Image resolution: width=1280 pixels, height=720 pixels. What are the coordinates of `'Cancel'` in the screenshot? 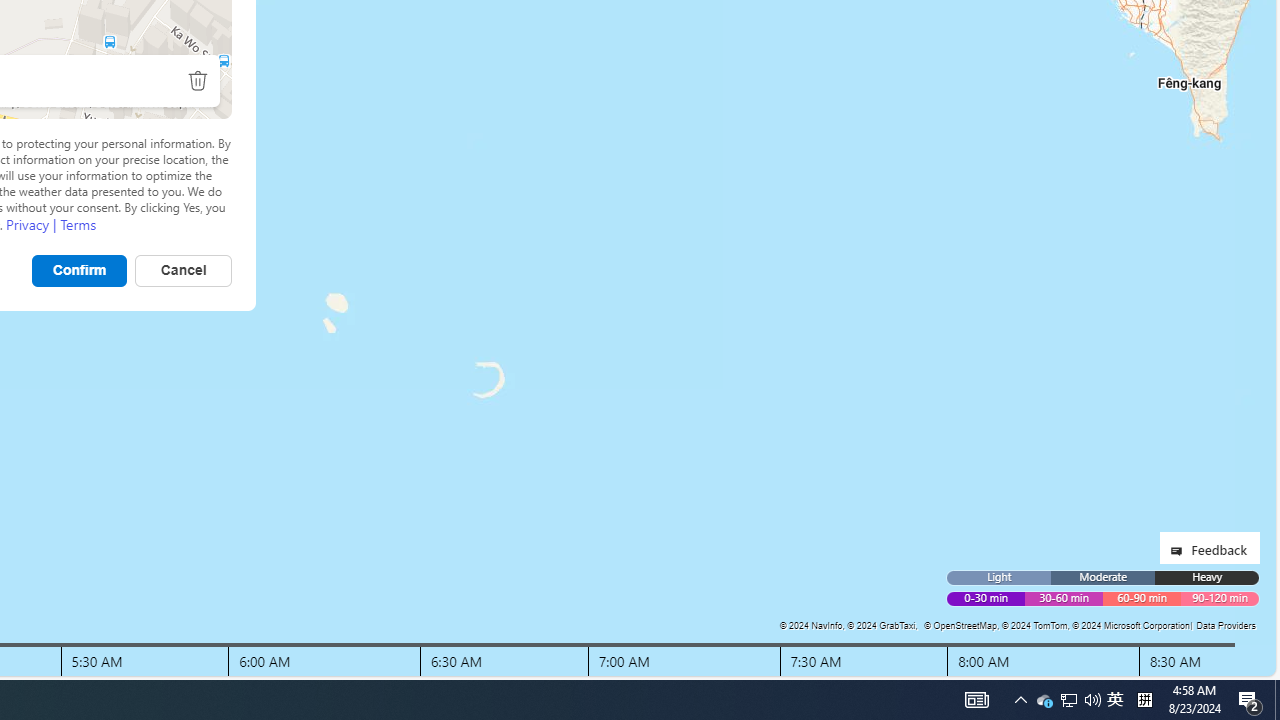 It's located at (183, 270).